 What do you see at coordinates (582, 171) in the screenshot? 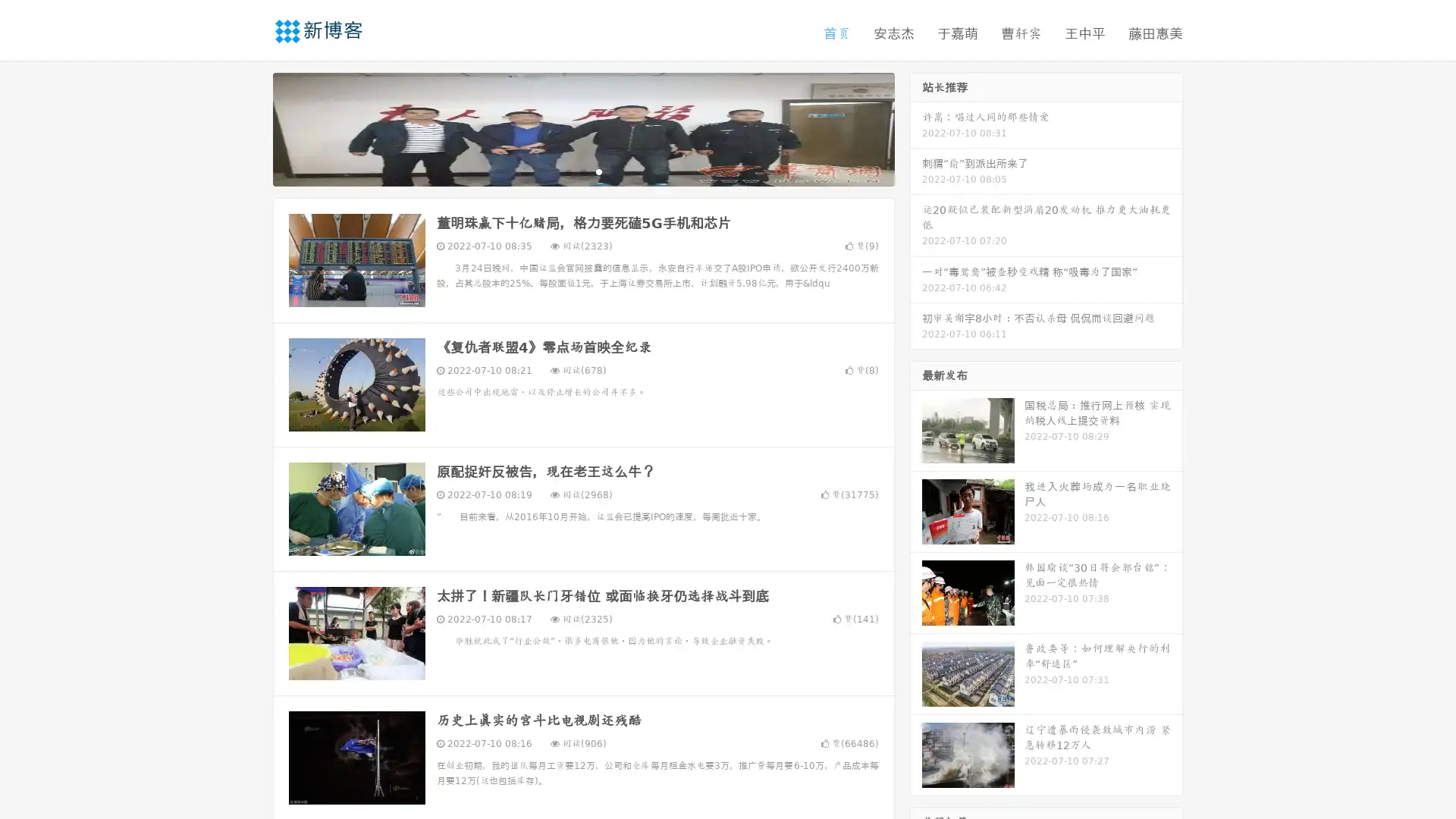
I see `Go to slide 2` at bounding box center [582, 171].